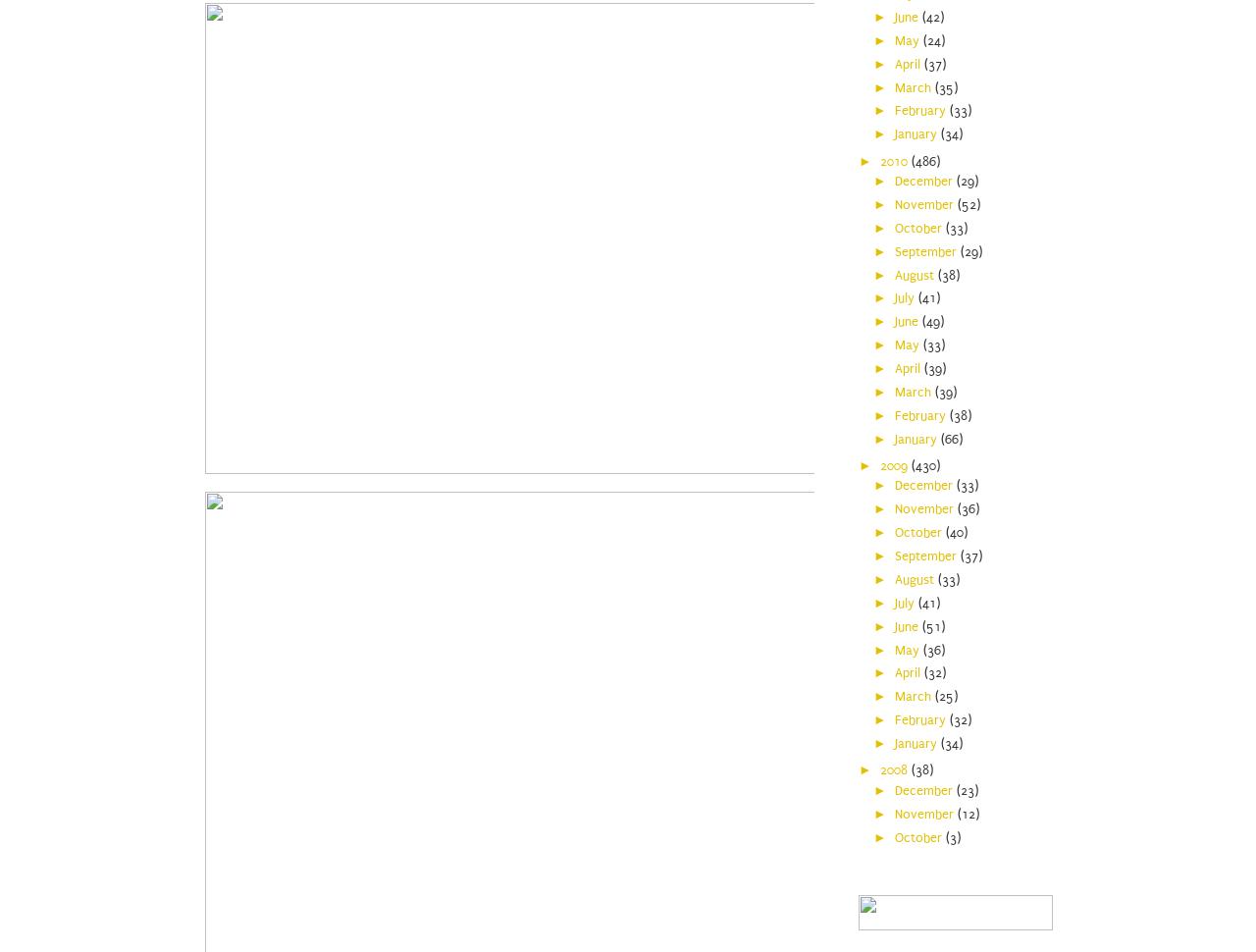  Describe the element at coordinates (920, 16) in the screenshot. I see `'(42)'` at that location.